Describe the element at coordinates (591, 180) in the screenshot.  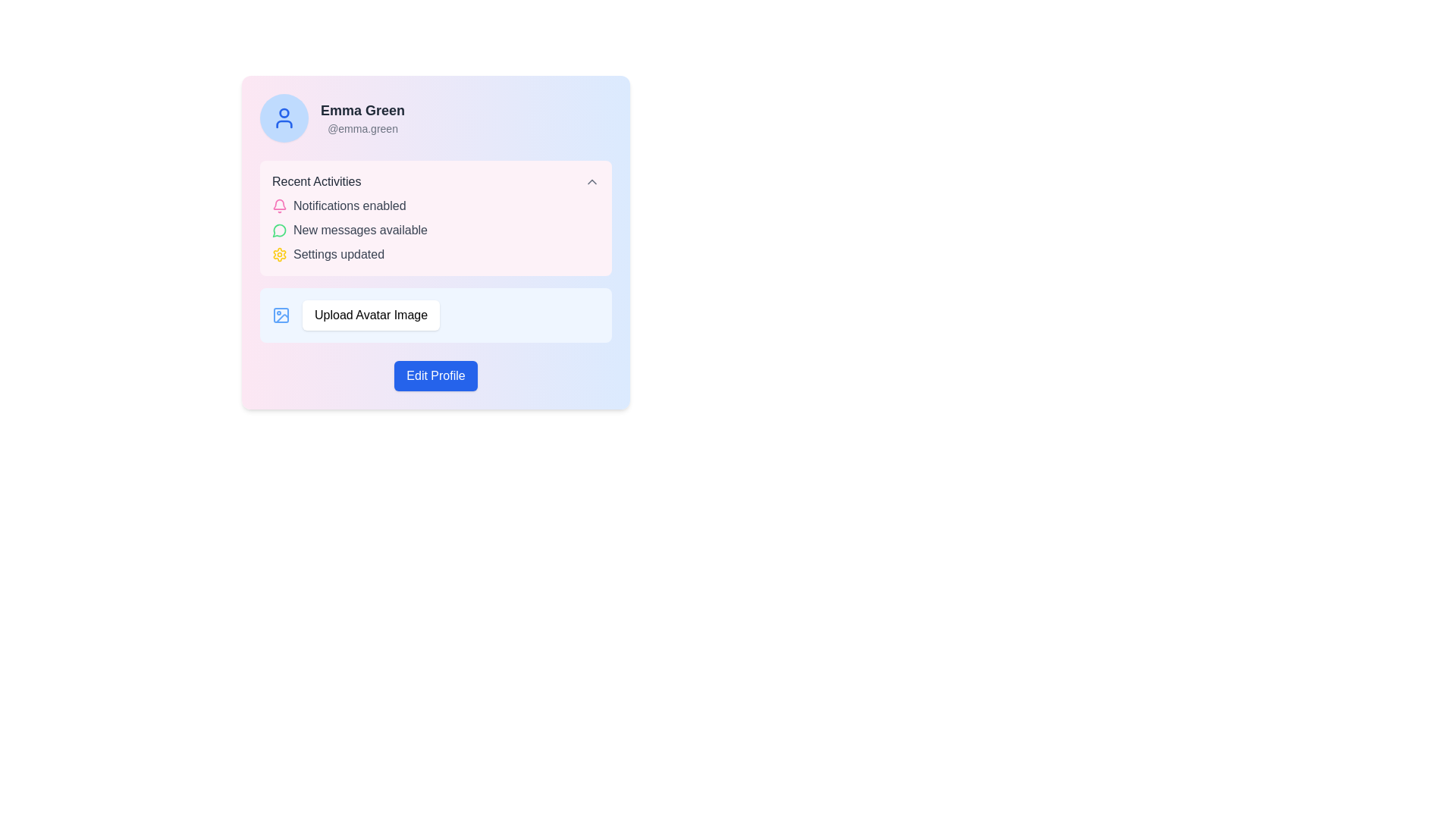
I see `the downward-pointing chevron icon of the Dropdown toggle button located next to the 'Recent Activities' label by moving the cursor to its center` at that location.